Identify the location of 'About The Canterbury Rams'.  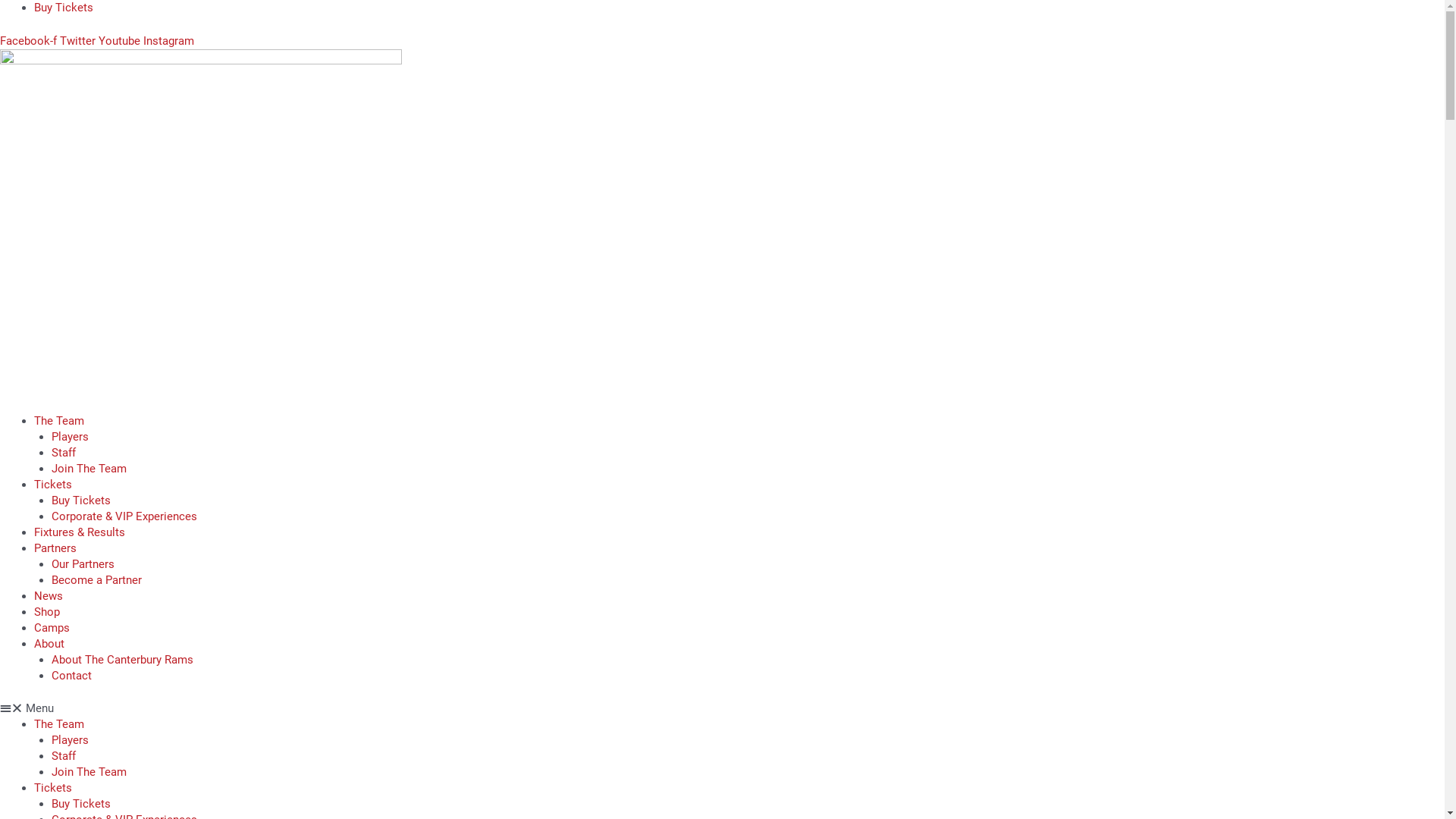
(51, 657).